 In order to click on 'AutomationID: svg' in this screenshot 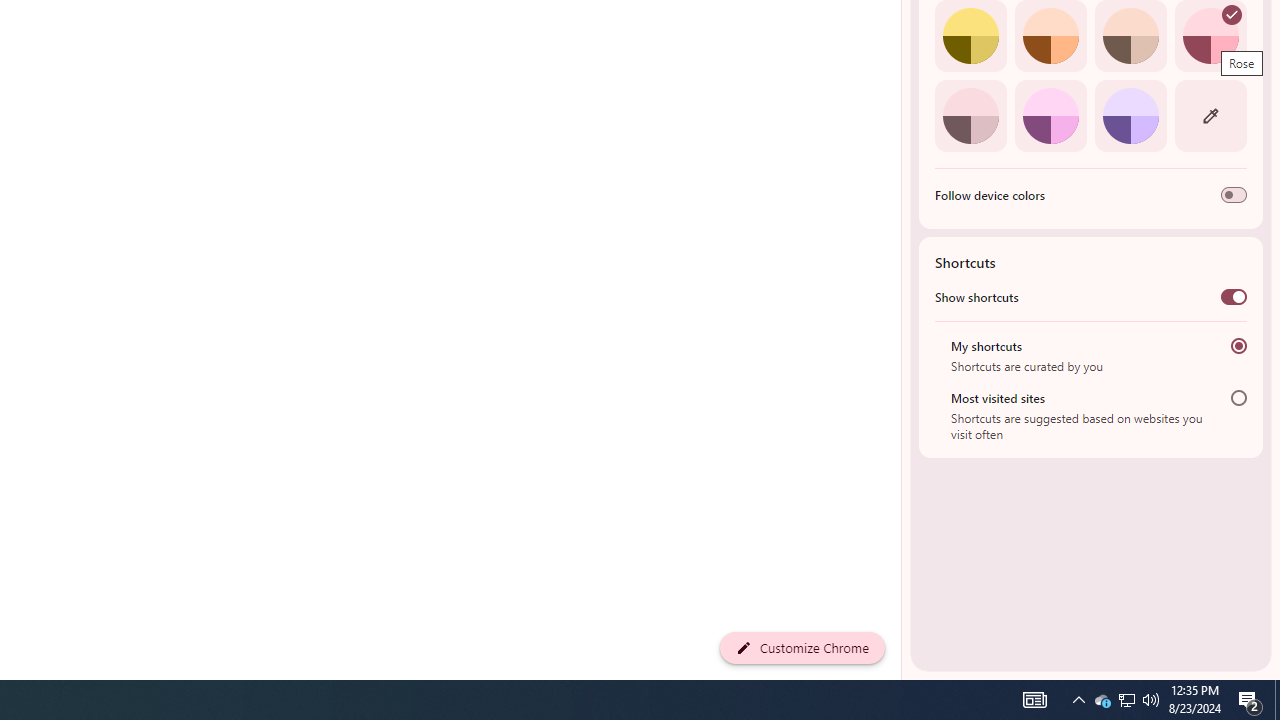, I will do `click(1231, 15)`.